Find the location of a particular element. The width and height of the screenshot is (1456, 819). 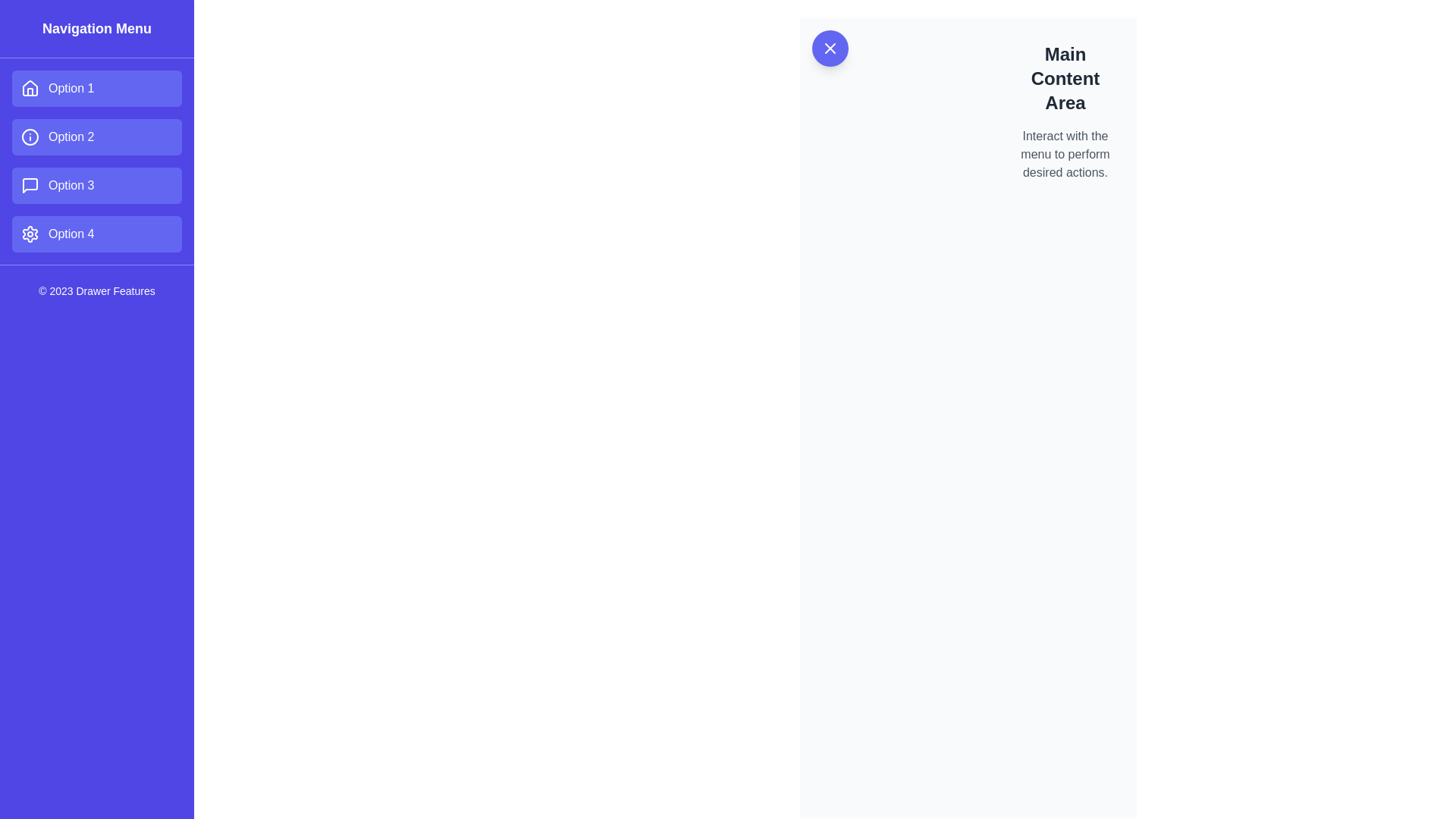

the decorative icon located to the left of the 'Option 3' menu item in the vertical navigation menu is located at coordinates (30, 185).